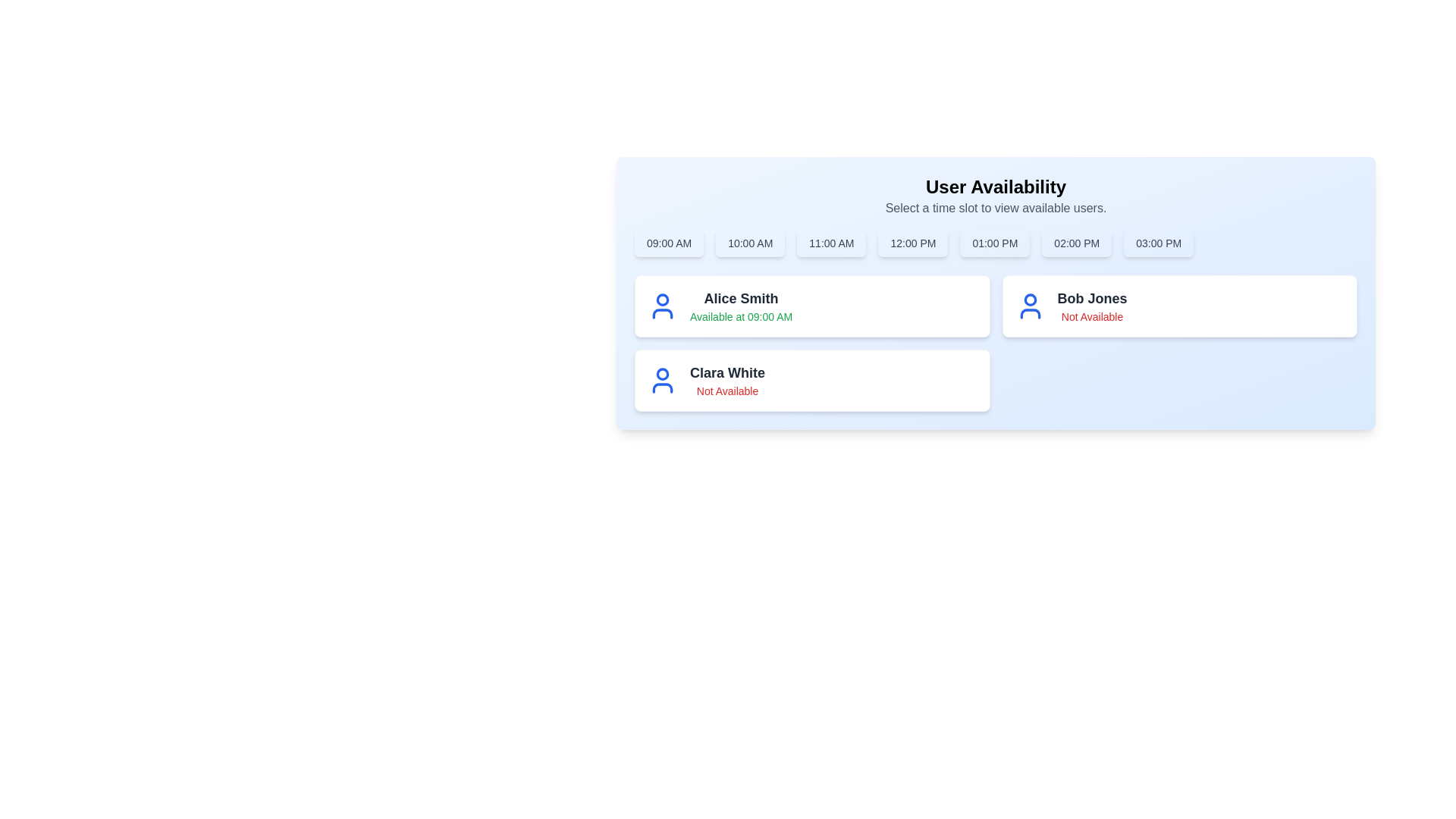  I want to click on the availability status information card located in the top left of the grid layout, so click(811, 306).